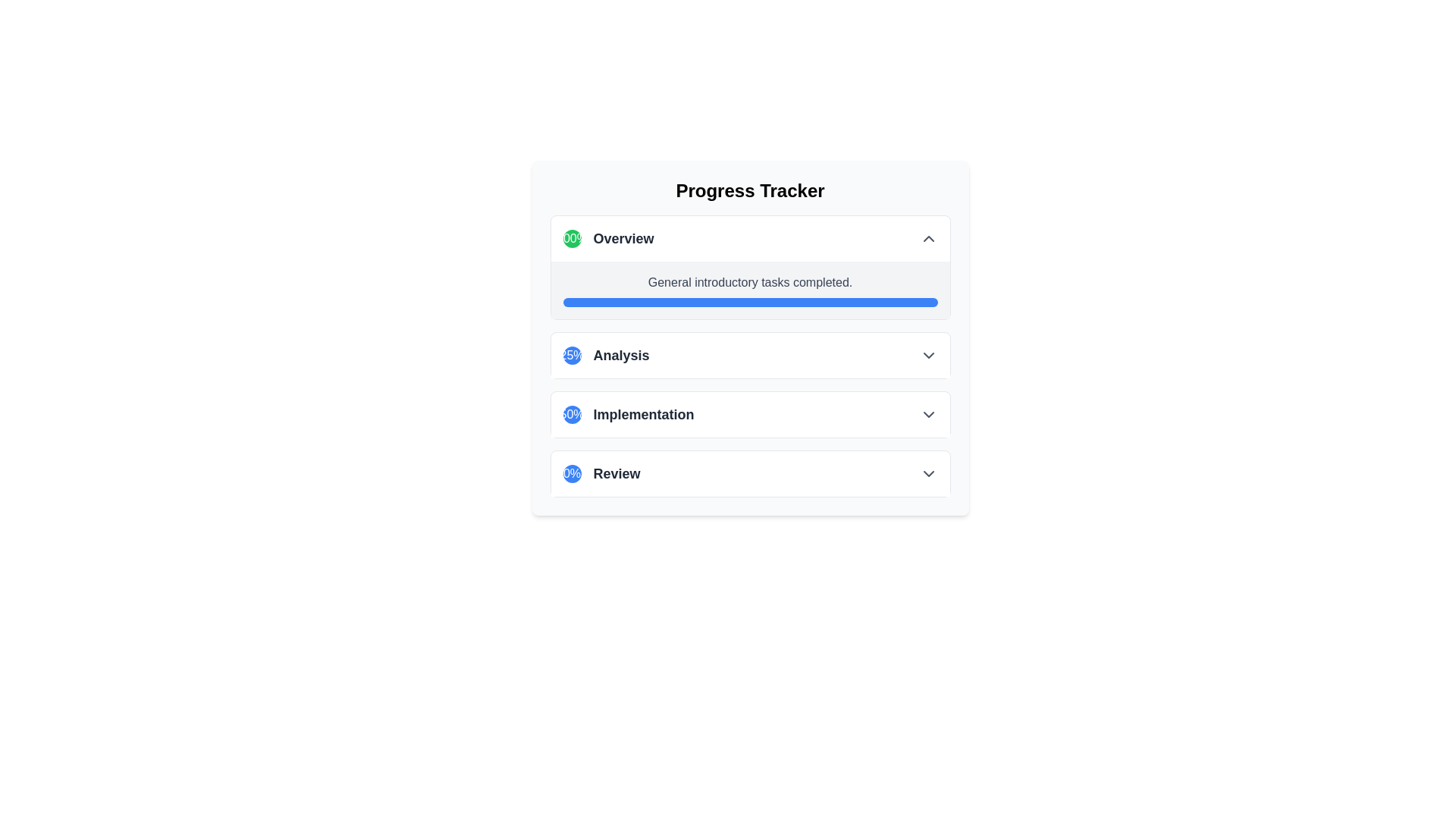 This screenshot has height=819, width=1456. I want to click on the chevron icon, so click(927, 356).